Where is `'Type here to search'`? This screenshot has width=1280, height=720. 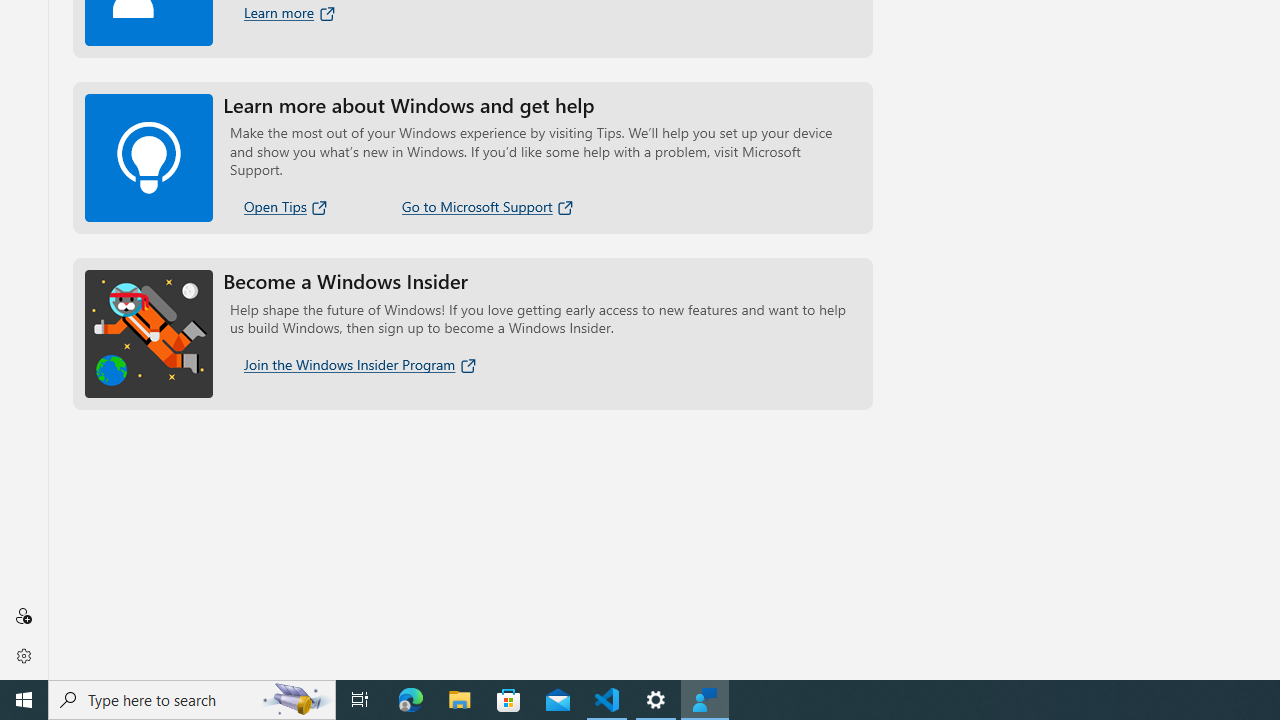 'Type here to search' is located at coordinates (192, 698).